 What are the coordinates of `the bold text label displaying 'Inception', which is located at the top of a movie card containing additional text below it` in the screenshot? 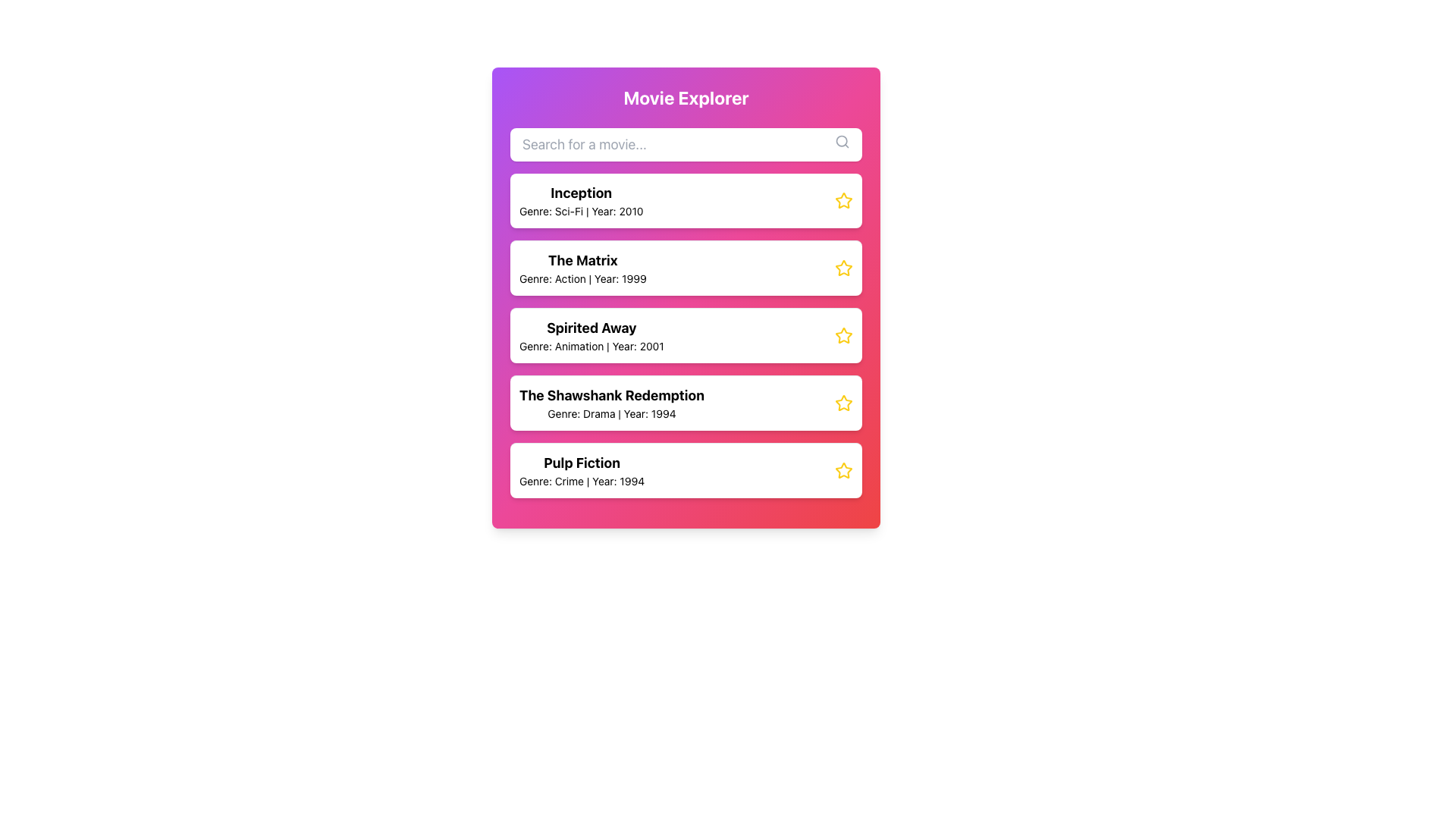 It's located at (580, 192).